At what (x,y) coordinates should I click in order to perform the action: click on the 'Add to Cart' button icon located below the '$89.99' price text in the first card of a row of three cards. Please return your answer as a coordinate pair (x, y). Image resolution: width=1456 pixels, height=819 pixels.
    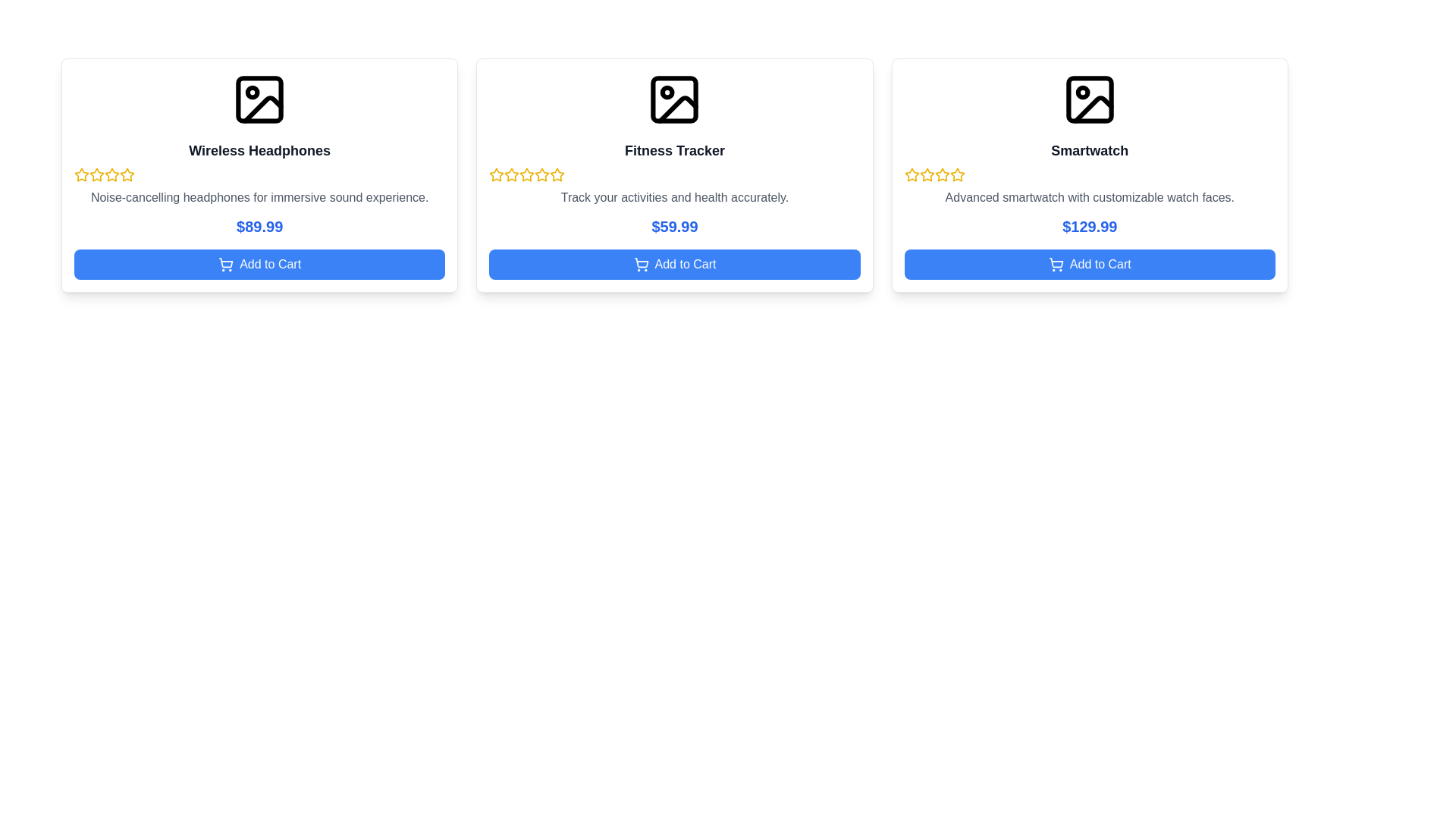
    Looking at the image, I should click on (225, 263).